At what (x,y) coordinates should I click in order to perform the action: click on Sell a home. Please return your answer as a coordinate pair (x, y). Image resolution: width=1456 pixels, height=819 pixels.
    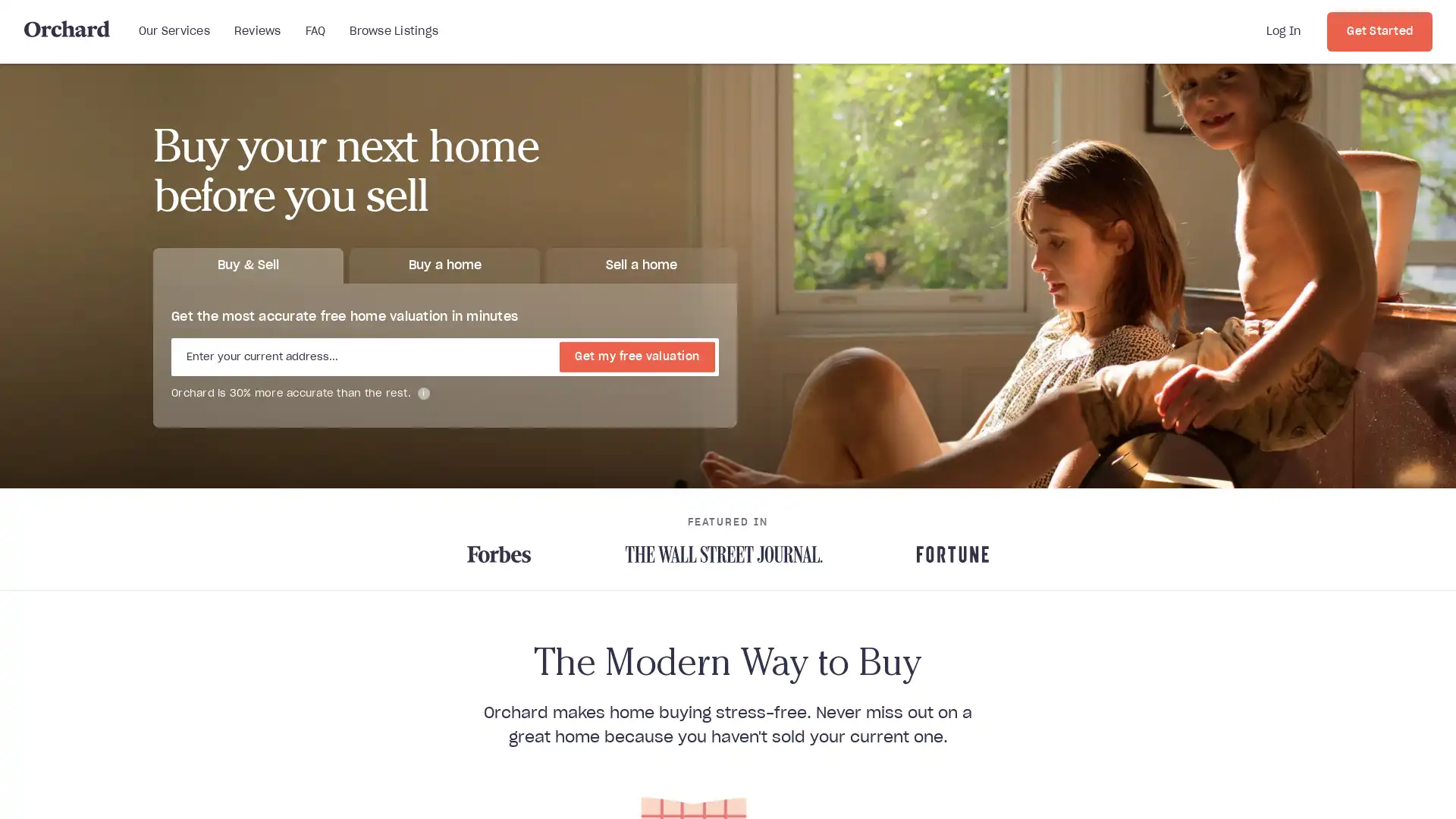
    Looking at the image, I should click on (641, 264).